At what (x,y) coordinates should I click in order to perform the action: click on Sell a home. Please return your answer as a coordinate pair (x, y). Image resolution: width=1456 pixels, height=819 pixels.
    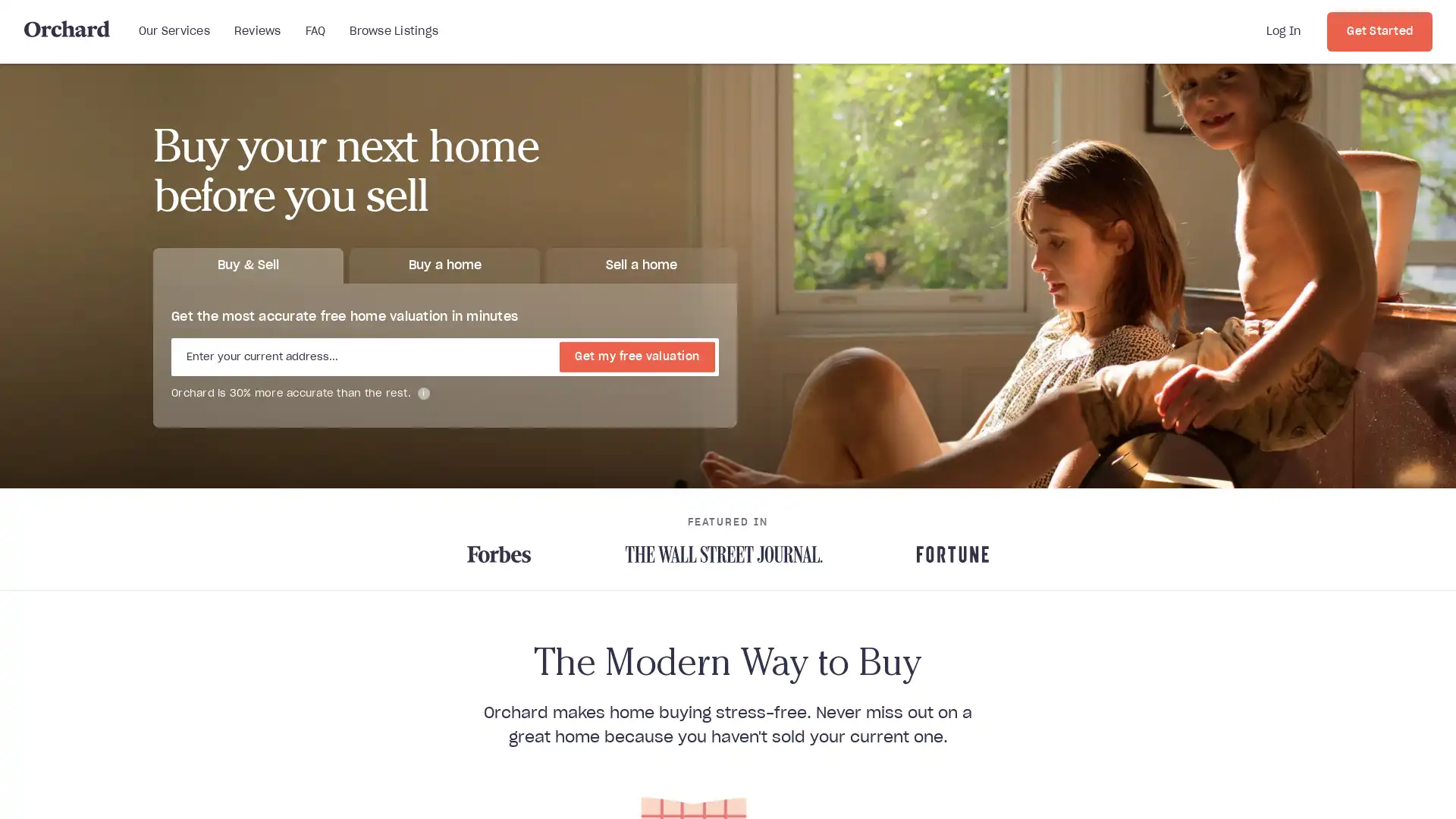
    Looking at the image, I should click on (641, 264).